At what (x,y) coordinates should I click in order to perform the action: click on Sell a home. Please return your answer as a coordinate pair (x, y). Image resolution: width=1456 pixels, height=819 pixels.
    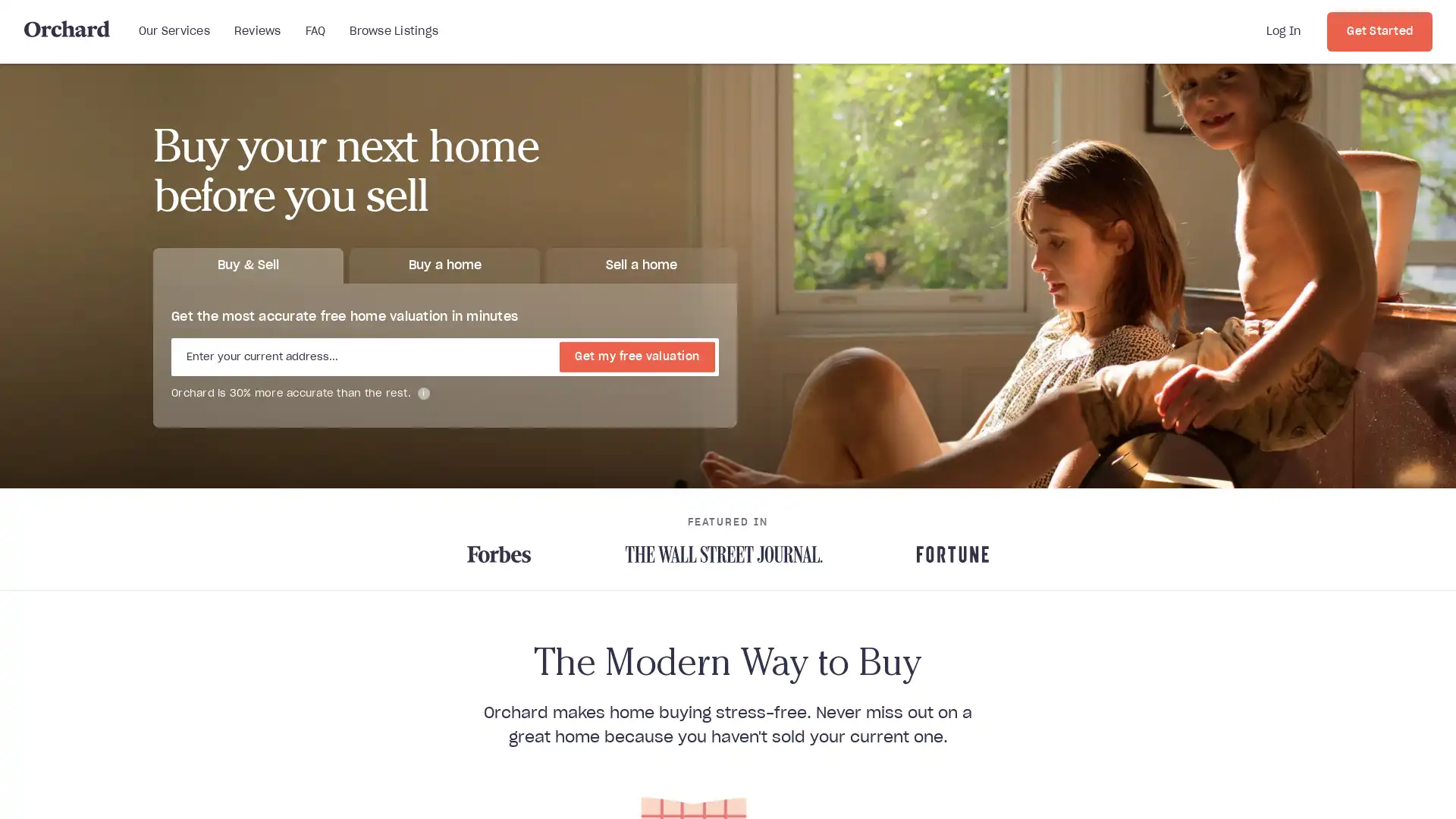
    Looking at the image, I should click on (641, 264).